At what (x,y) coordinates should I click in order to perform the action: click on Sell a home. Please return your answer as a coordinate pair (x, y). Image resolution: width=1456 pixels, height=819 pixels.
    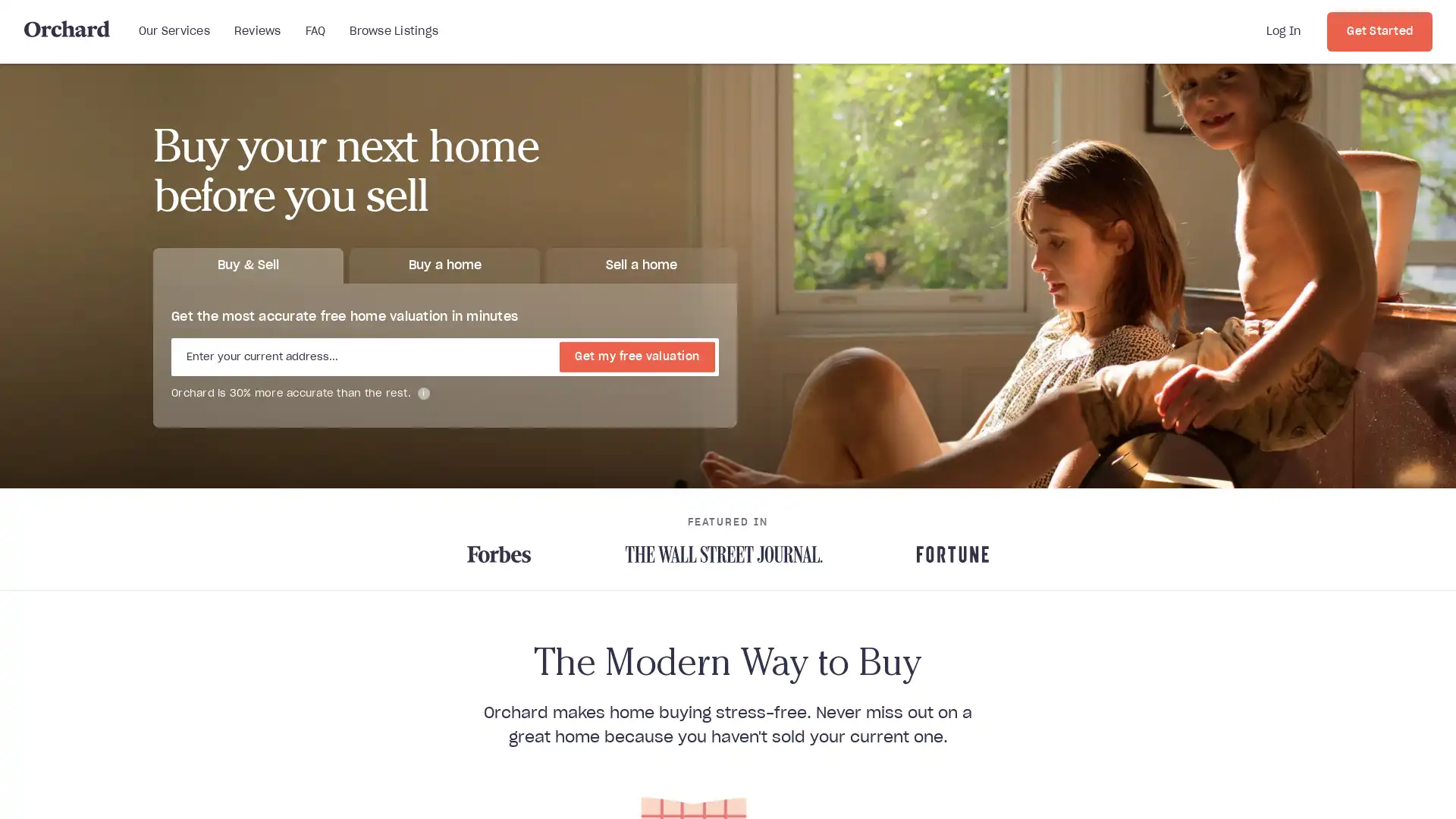
    Looking at the image, I should click on (641, 264).